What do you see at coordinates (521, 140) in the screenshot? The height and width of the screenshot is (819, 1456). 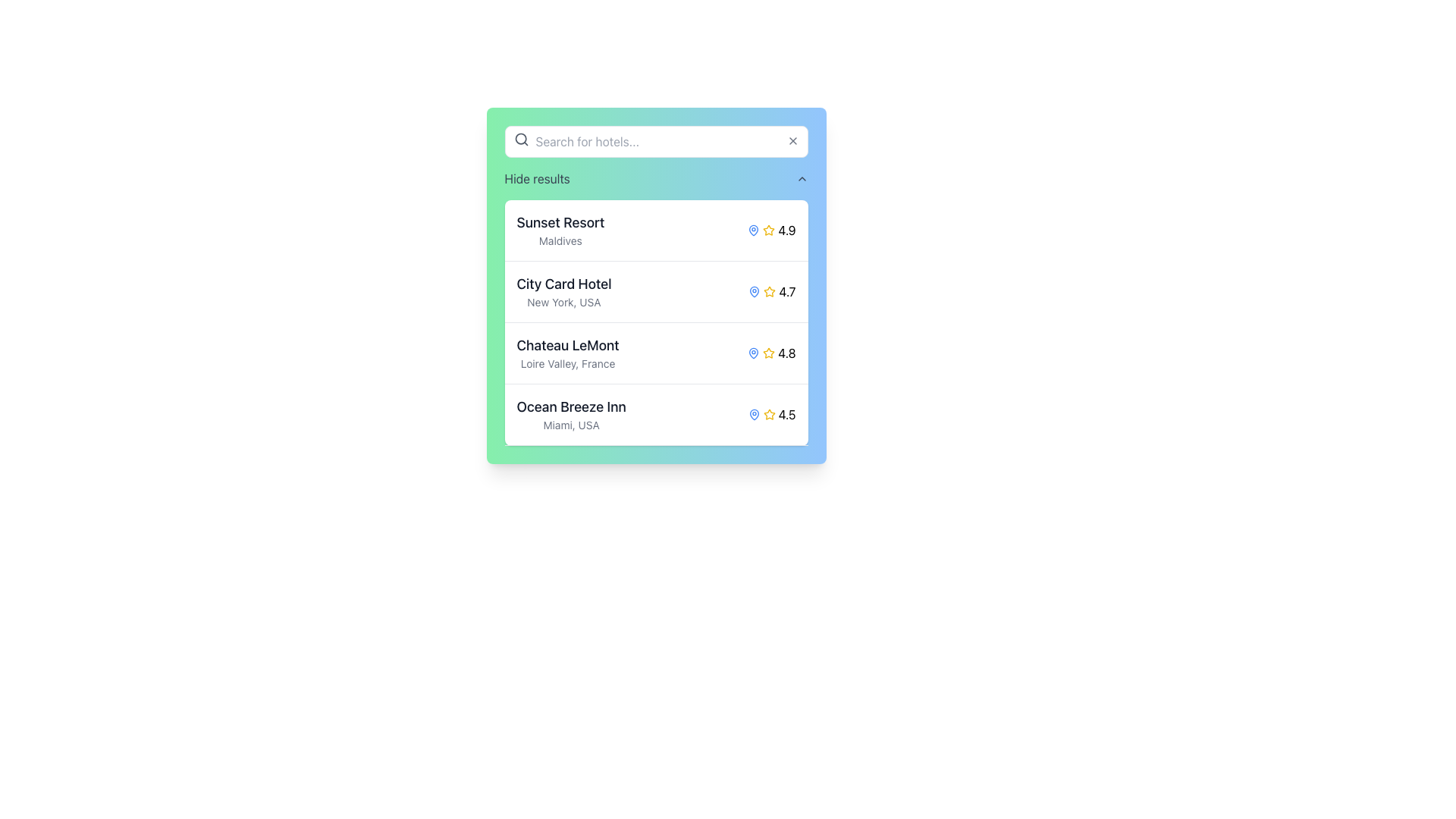 I see `the magnifying glass icon representing the search feature, which is positioned on the left side of the search bar input field` at bounding box center [521, 140].